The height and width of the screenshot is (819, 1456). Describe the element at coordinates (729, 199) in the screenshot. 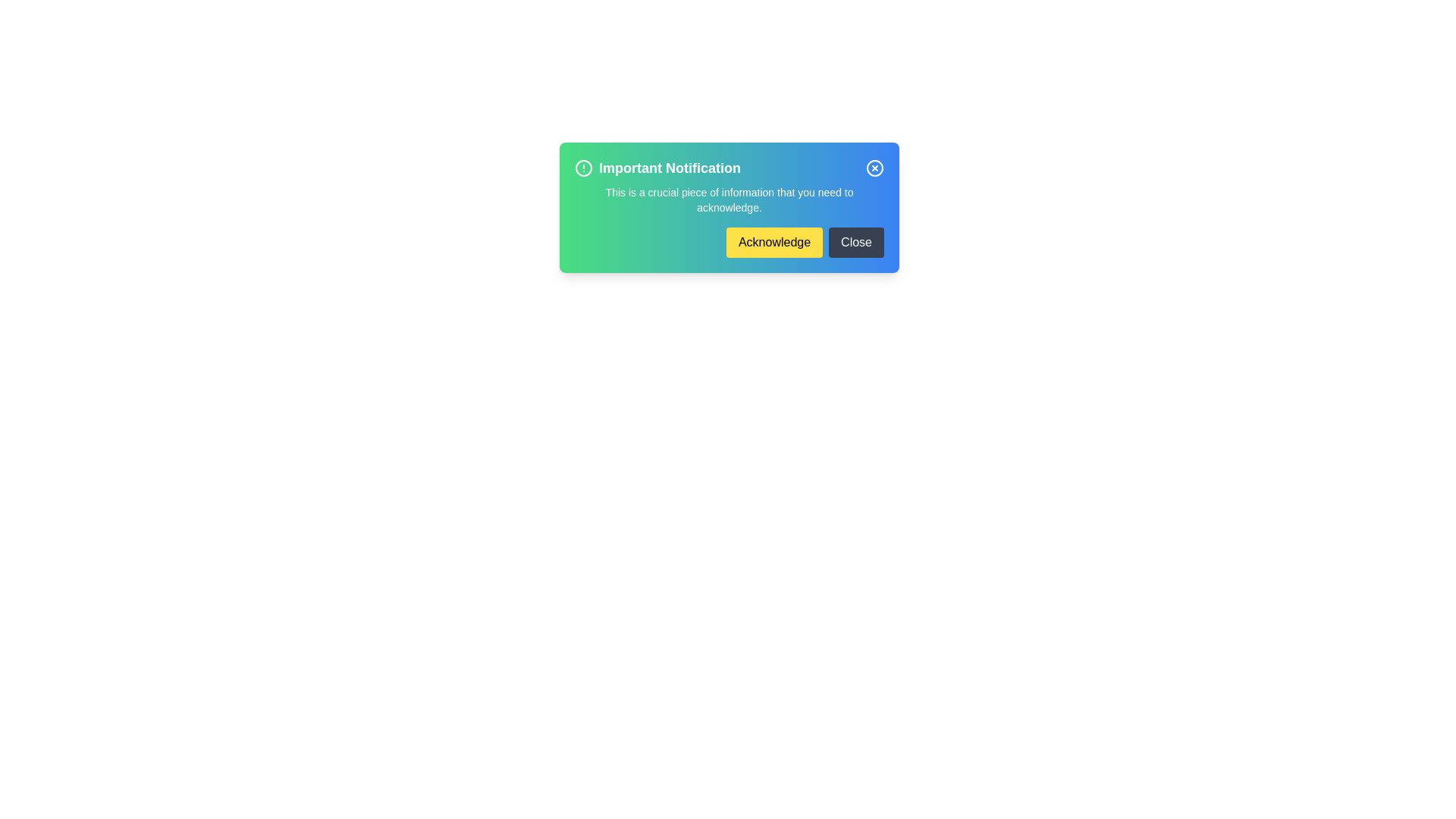

I see `text content displayed in the notification dialog box below the title 'Important Notification'` at that location.